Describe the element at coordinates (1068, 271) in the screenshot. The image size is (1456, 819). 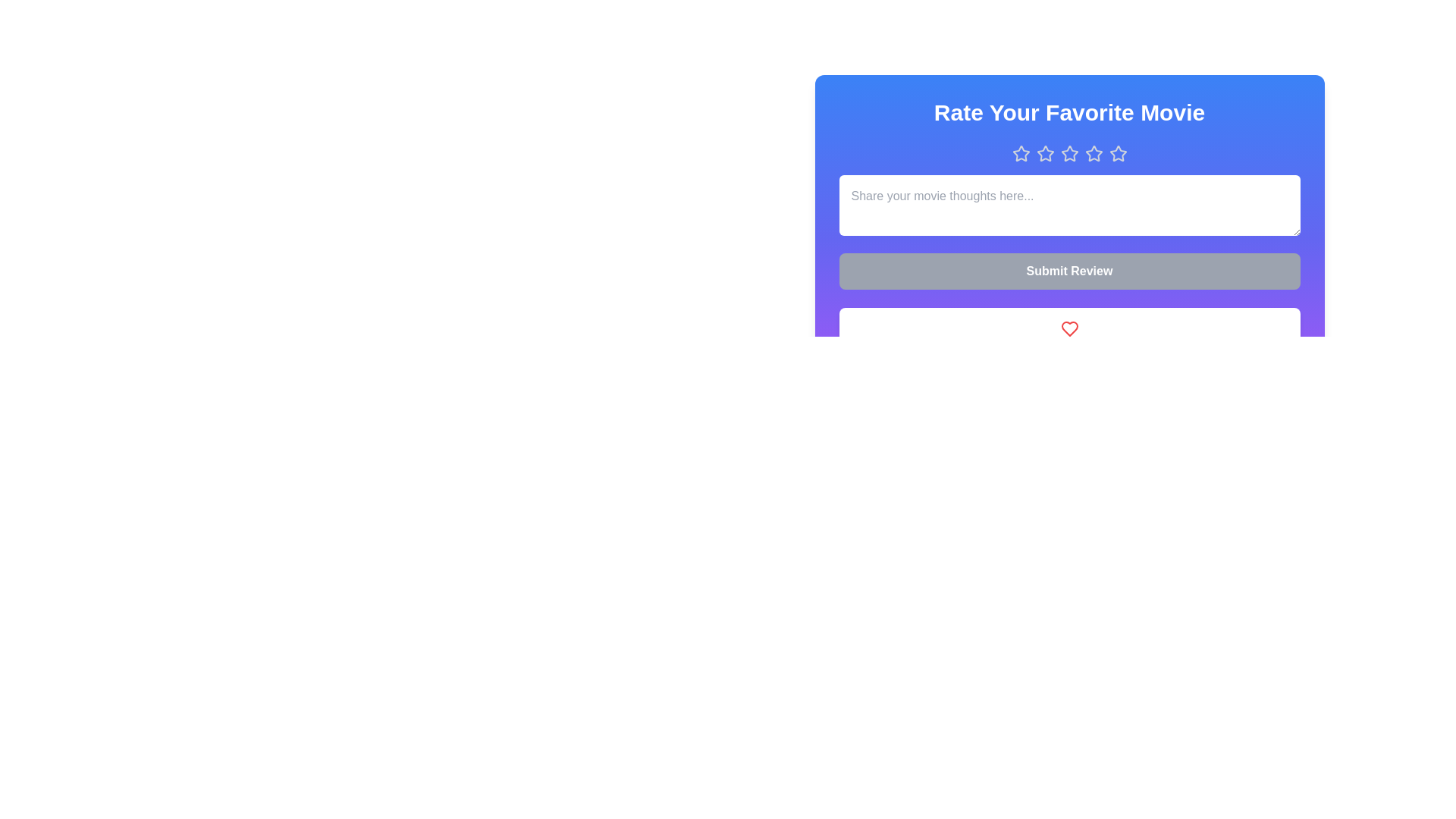
I see `the 'Submit Review' button to submit the review` at that location.